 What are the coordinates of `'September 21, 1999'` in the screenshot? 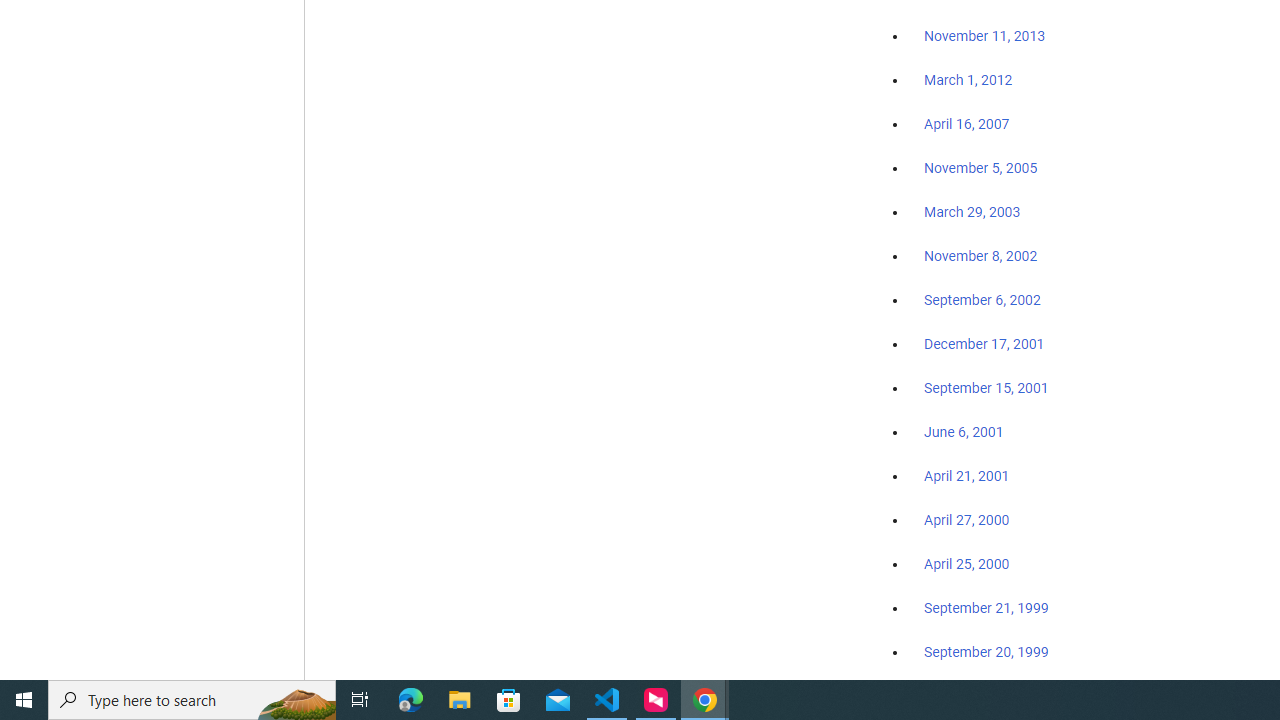 It's located at (986, 607).